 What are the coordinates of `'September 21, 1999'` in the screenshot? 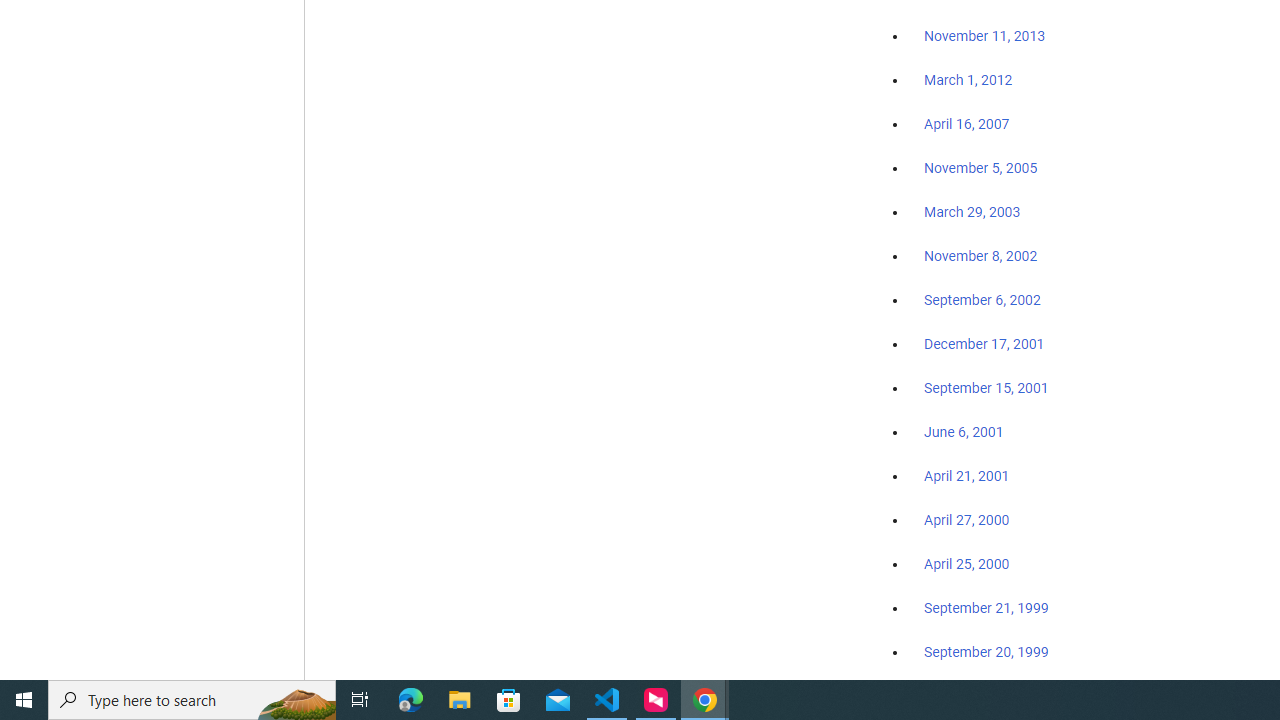 It's located at (986, 607).